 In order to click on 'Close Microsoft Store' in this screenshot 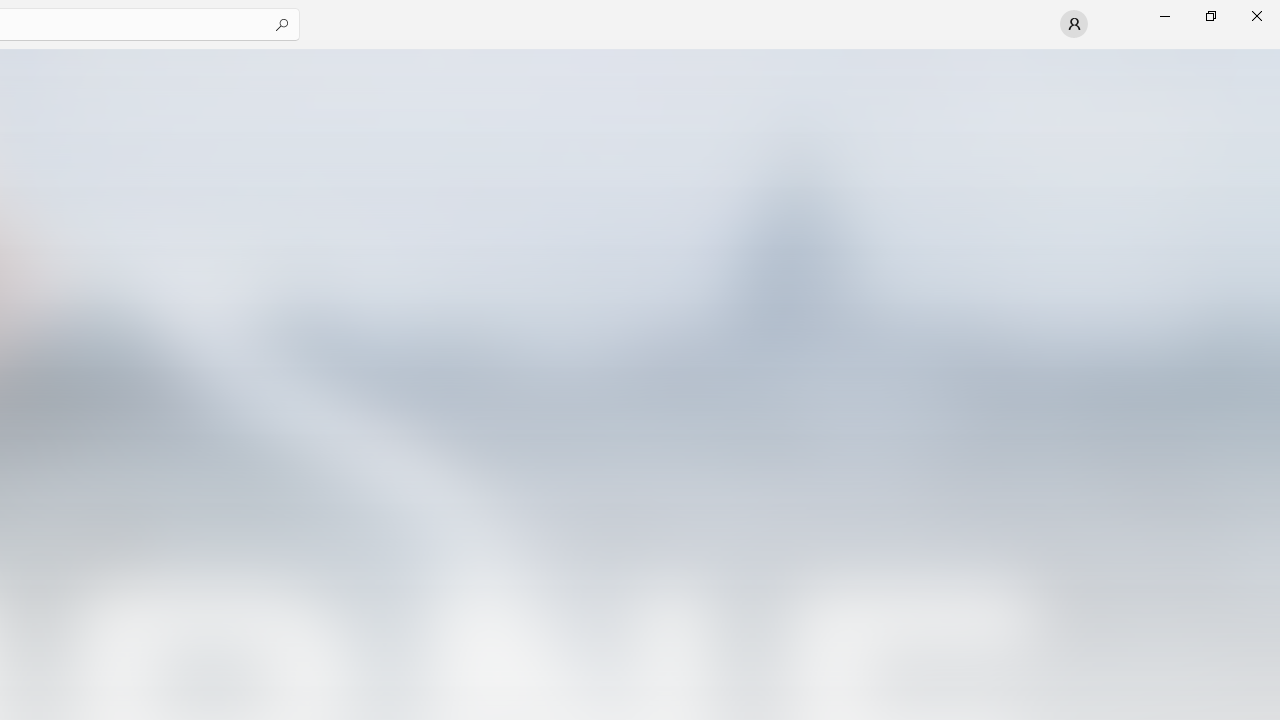, I will do `click(1255, 15)`.